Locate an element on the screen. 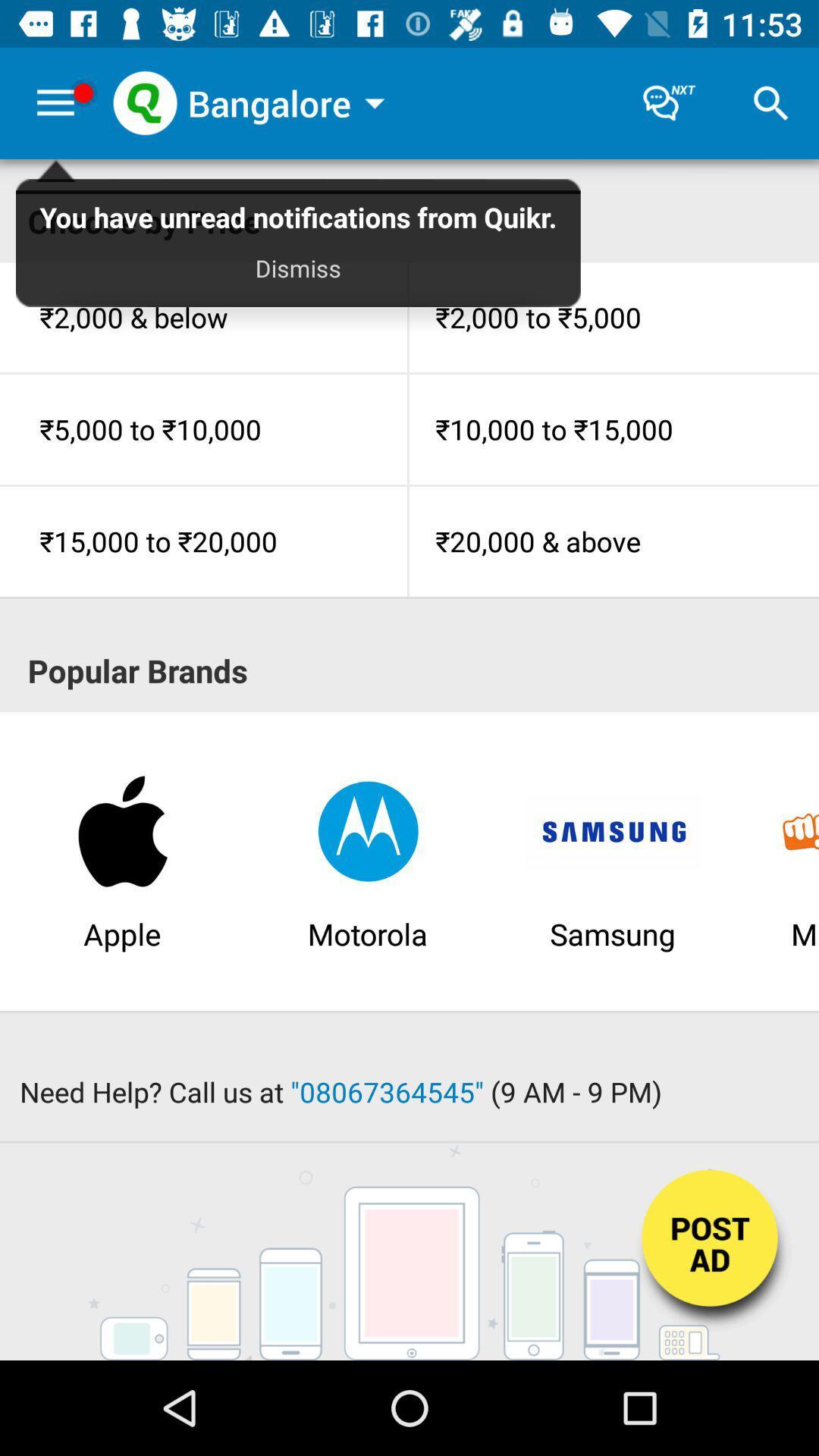 The image size is (819, 1456). post advertisement is located at coordinates (711, 1253).